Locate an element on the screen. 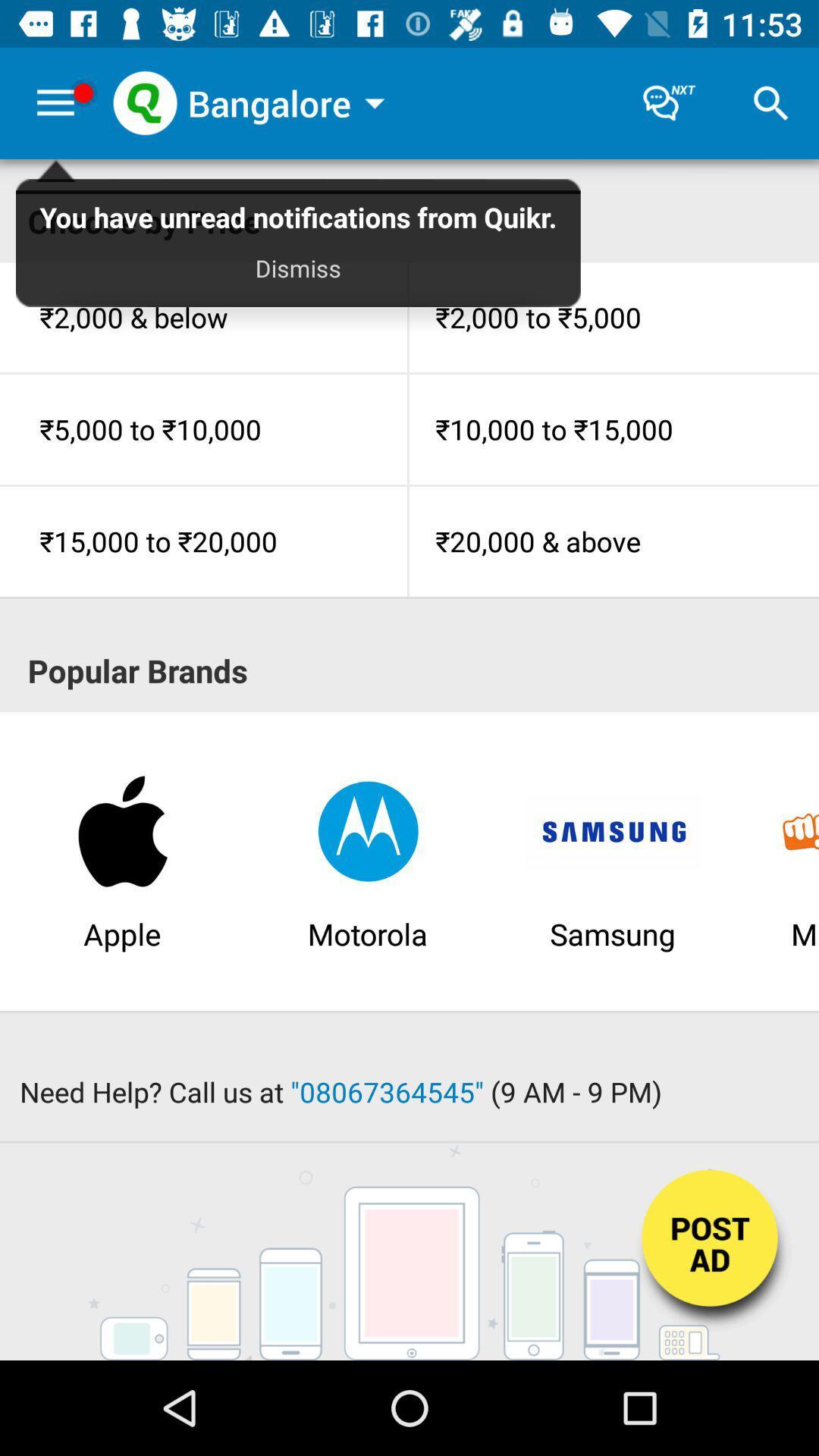 The image size is (819, 1456). post advertisement is located at coordinates (711, 1253).